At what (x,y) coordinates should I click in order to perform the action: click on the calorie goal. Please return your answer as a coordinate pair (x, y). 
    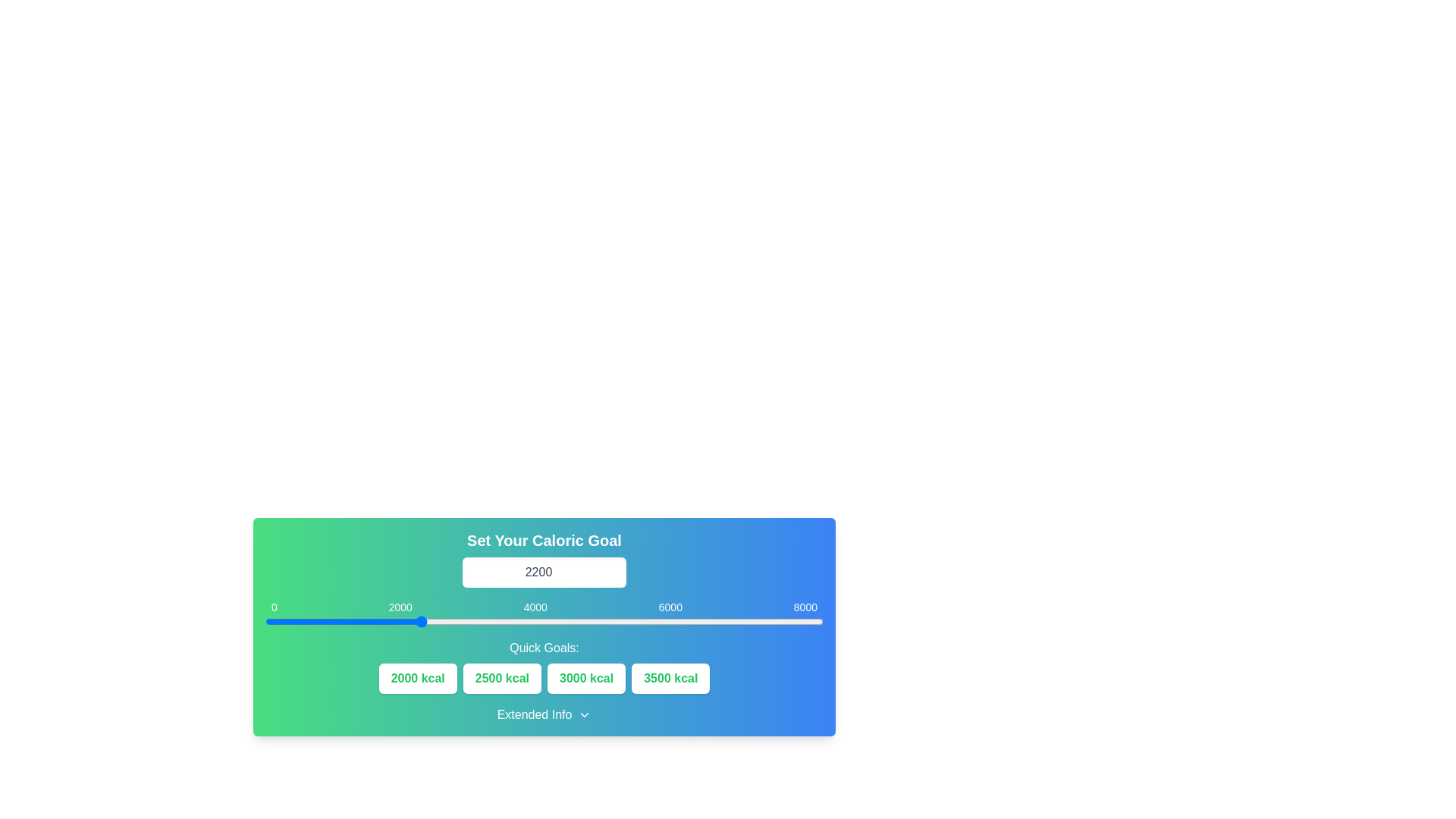
    Looking at the image, I should click on (283, 622).